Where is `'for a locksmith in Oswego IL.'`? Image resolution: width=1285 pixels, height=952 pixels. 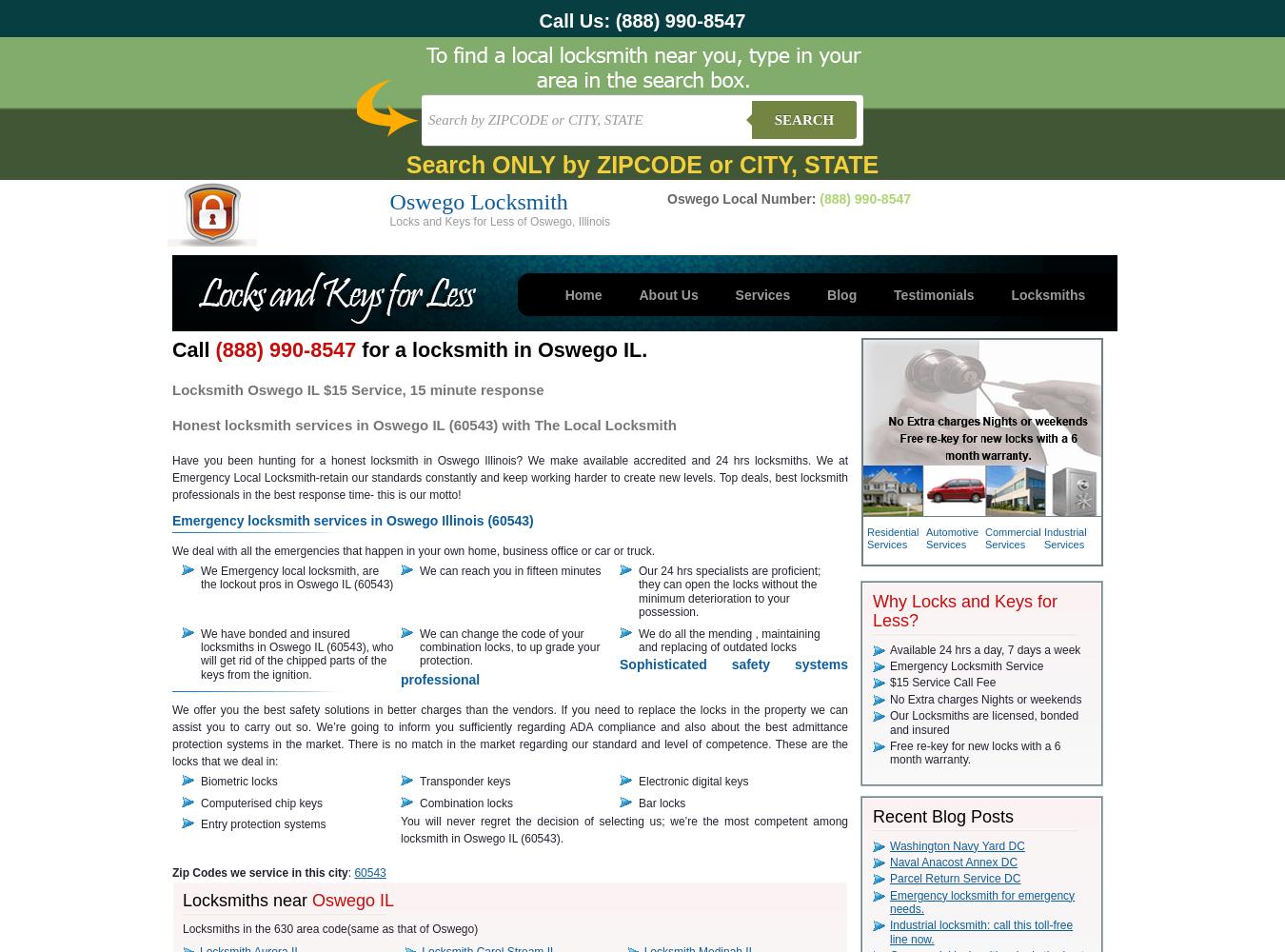
'for a locksmith in Oswego IL.' is located at coordinates (501, 348).